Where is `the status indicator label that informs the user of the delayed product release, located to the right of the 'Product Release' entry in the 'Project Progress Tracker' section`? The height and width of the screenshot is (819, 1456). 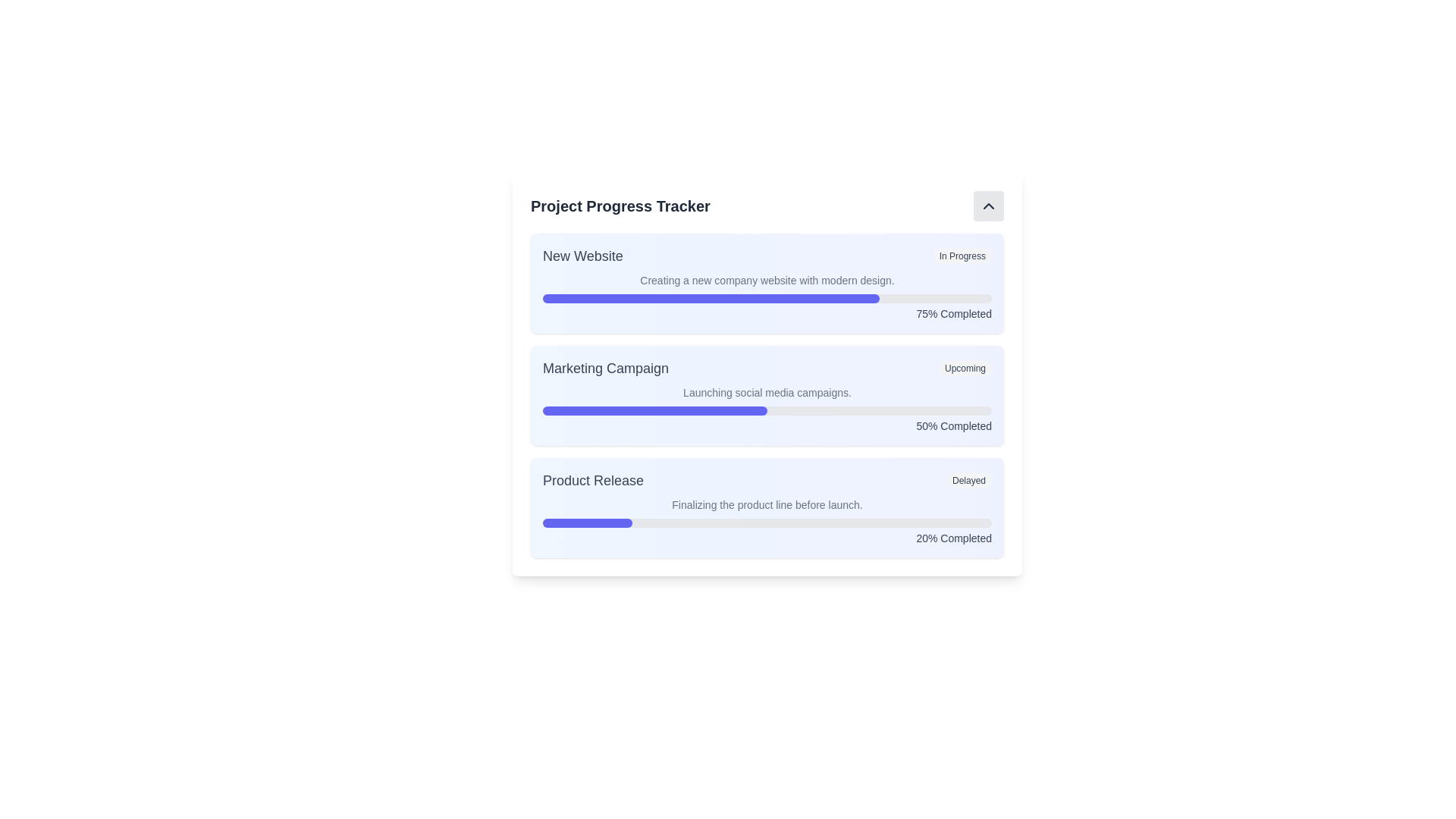 the status indicator label that informs the user of the delayed product release, located to the right of the 'Product Release' entry in the 'Project Progress Tracker' section is located at coordinates (968, 480).